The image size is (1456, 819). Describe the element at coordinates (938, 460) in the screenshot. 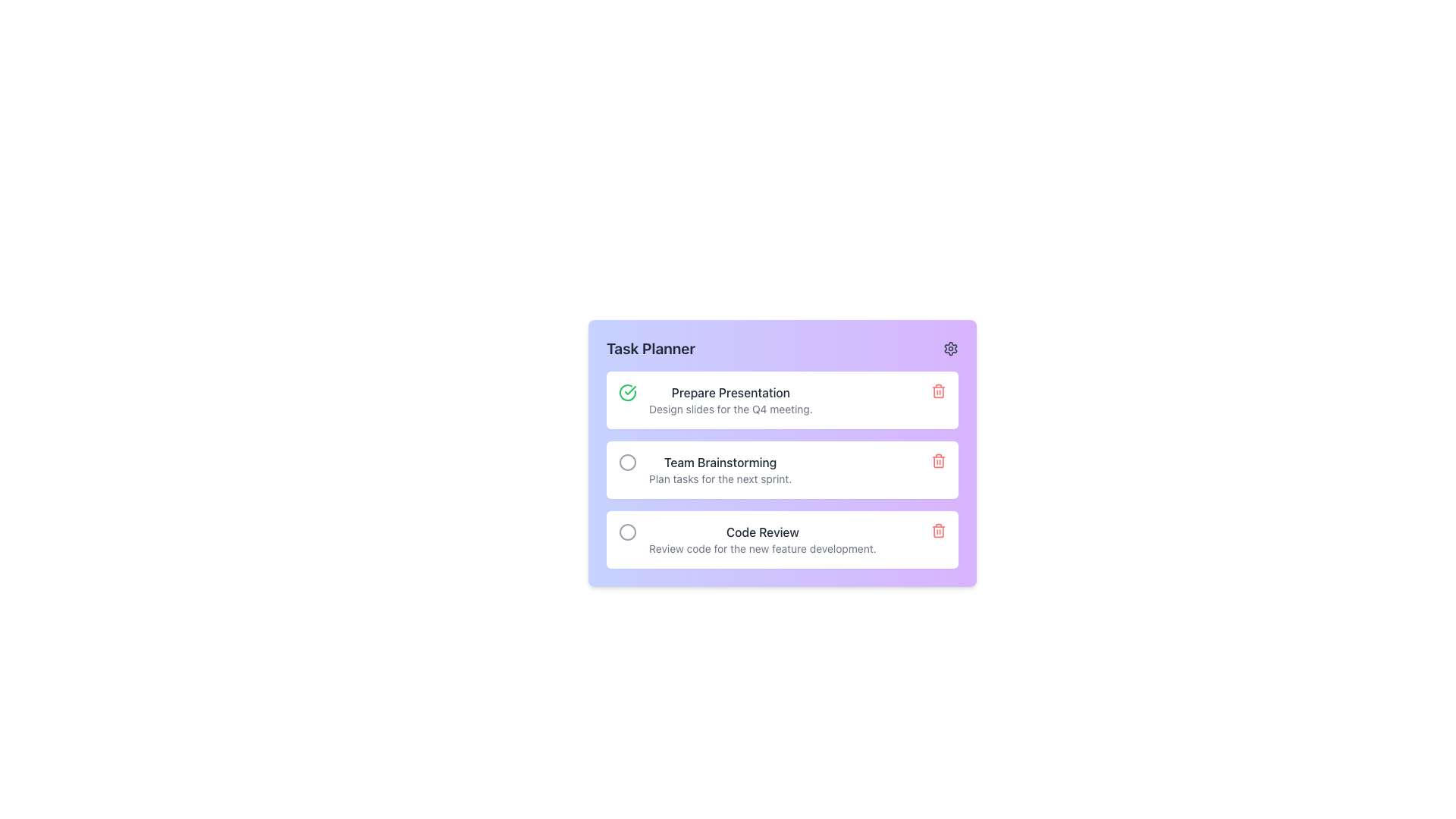

I see `the delete icon button located in the top-right corner of the 'Team Brainstorming' card` at that location.